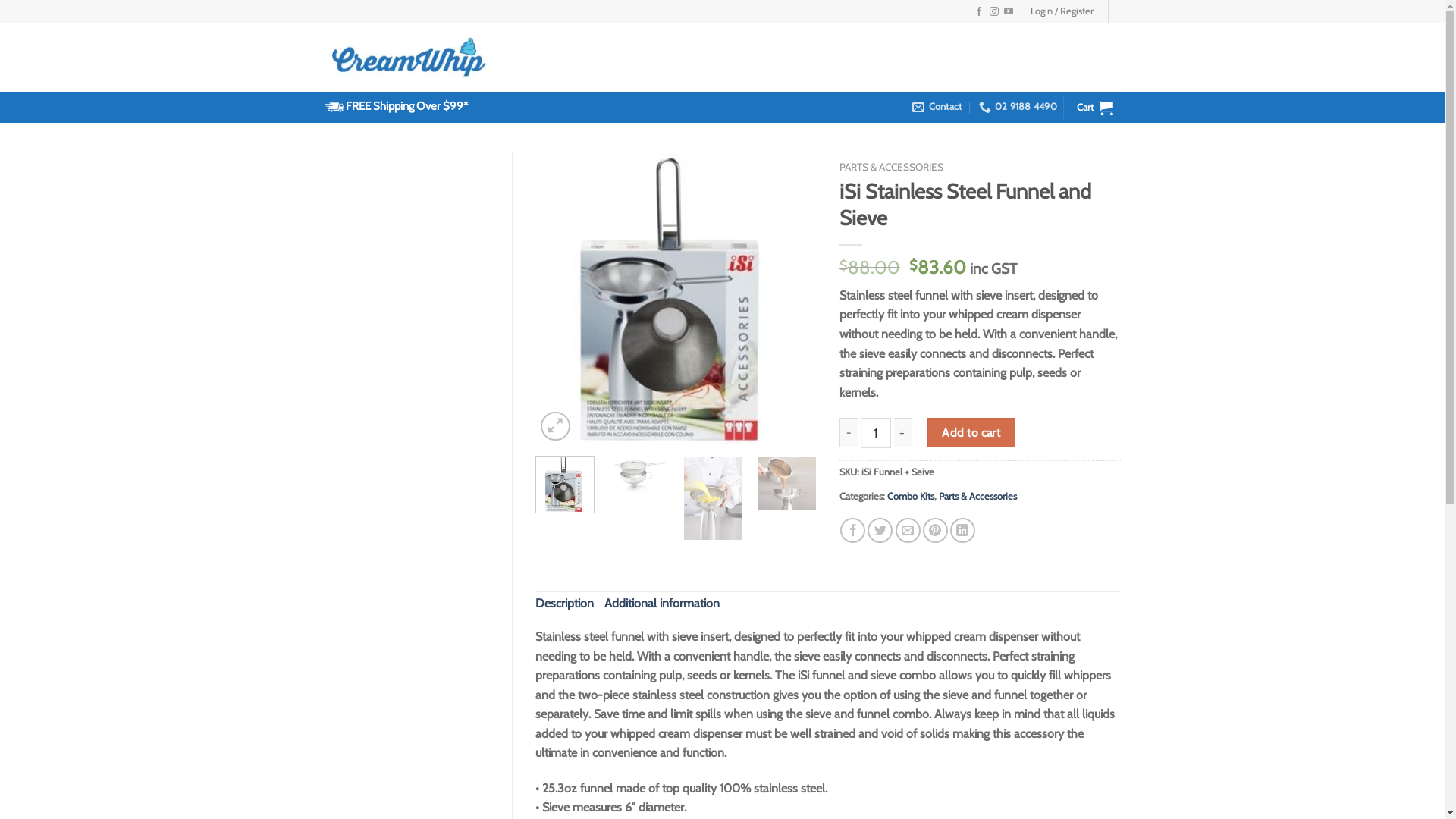  What do you see at coordinates (1018, 106) in the screenshot?
I see `'02 9188 4490'` at bounding box center [1018, 106].